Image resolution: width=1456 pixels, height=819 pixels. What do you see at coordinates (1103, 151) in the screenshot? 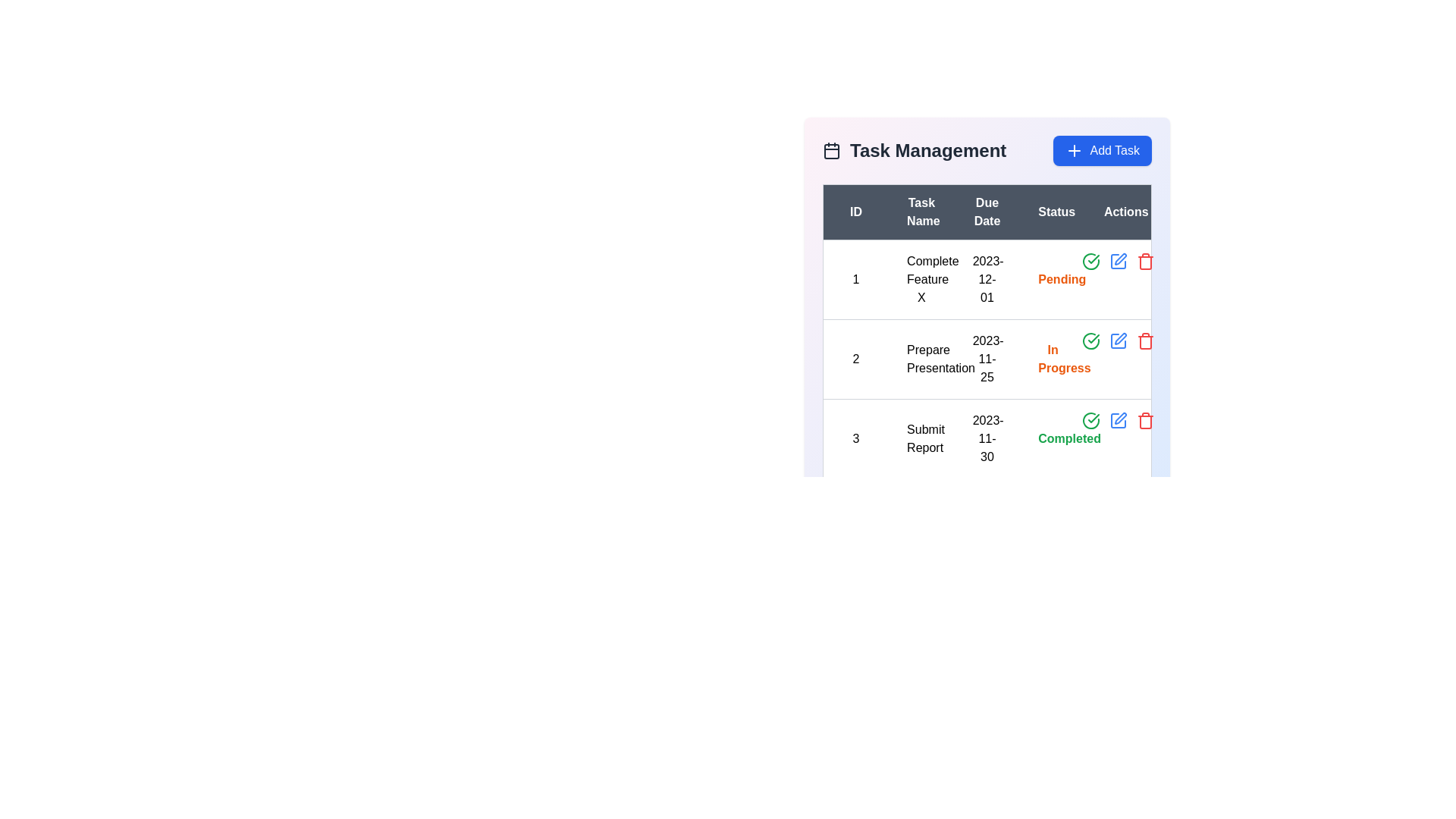
I see `the rectangular button with a blue background and white '+' icon labeled 'Add Task', located on the far right of the 'Task Management' header area` at bounding box center [1103, 151].